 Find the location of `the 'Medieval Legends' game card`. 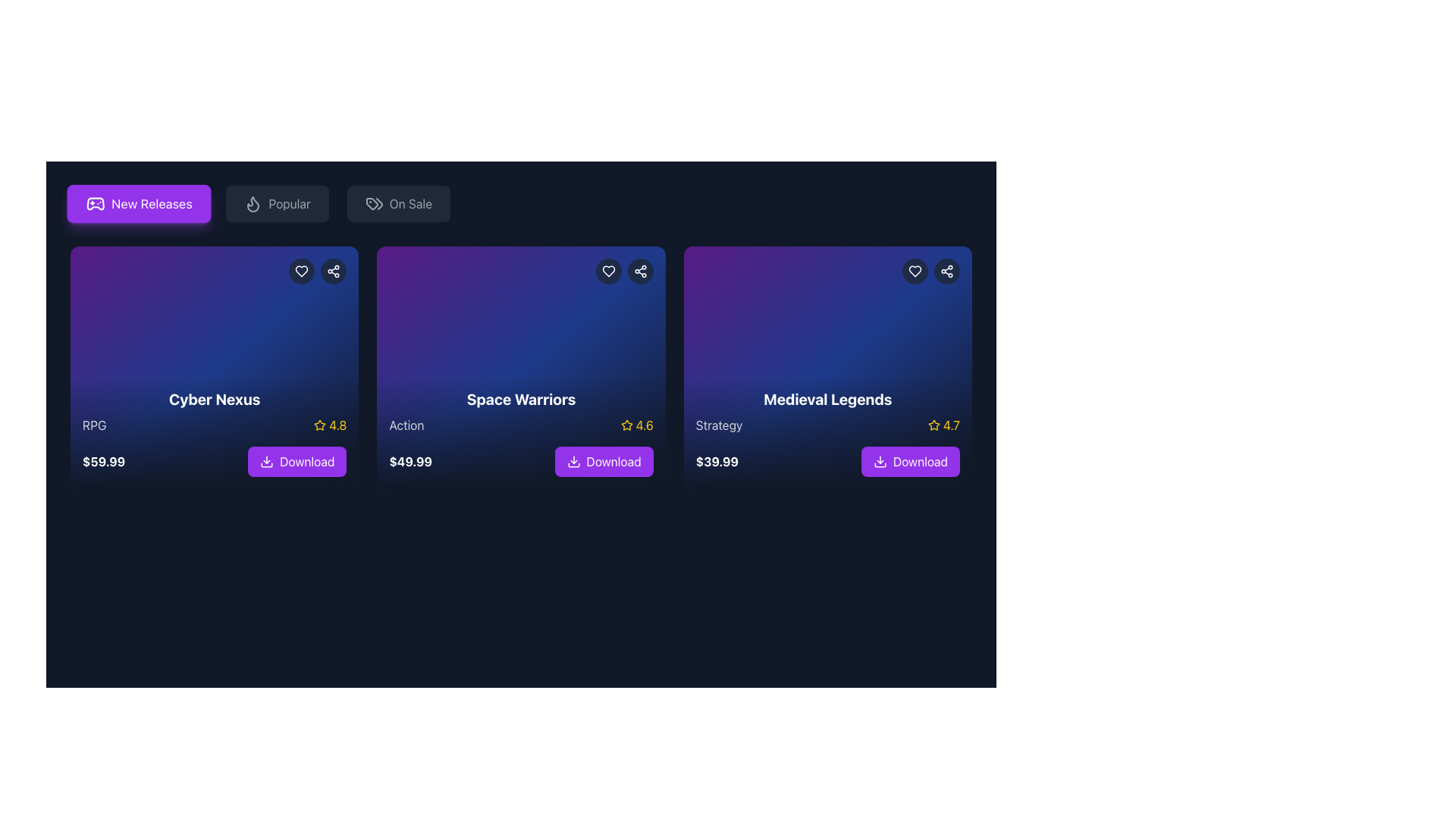

the 'Medieval Legends' game card is located at coordinates (827, 368).